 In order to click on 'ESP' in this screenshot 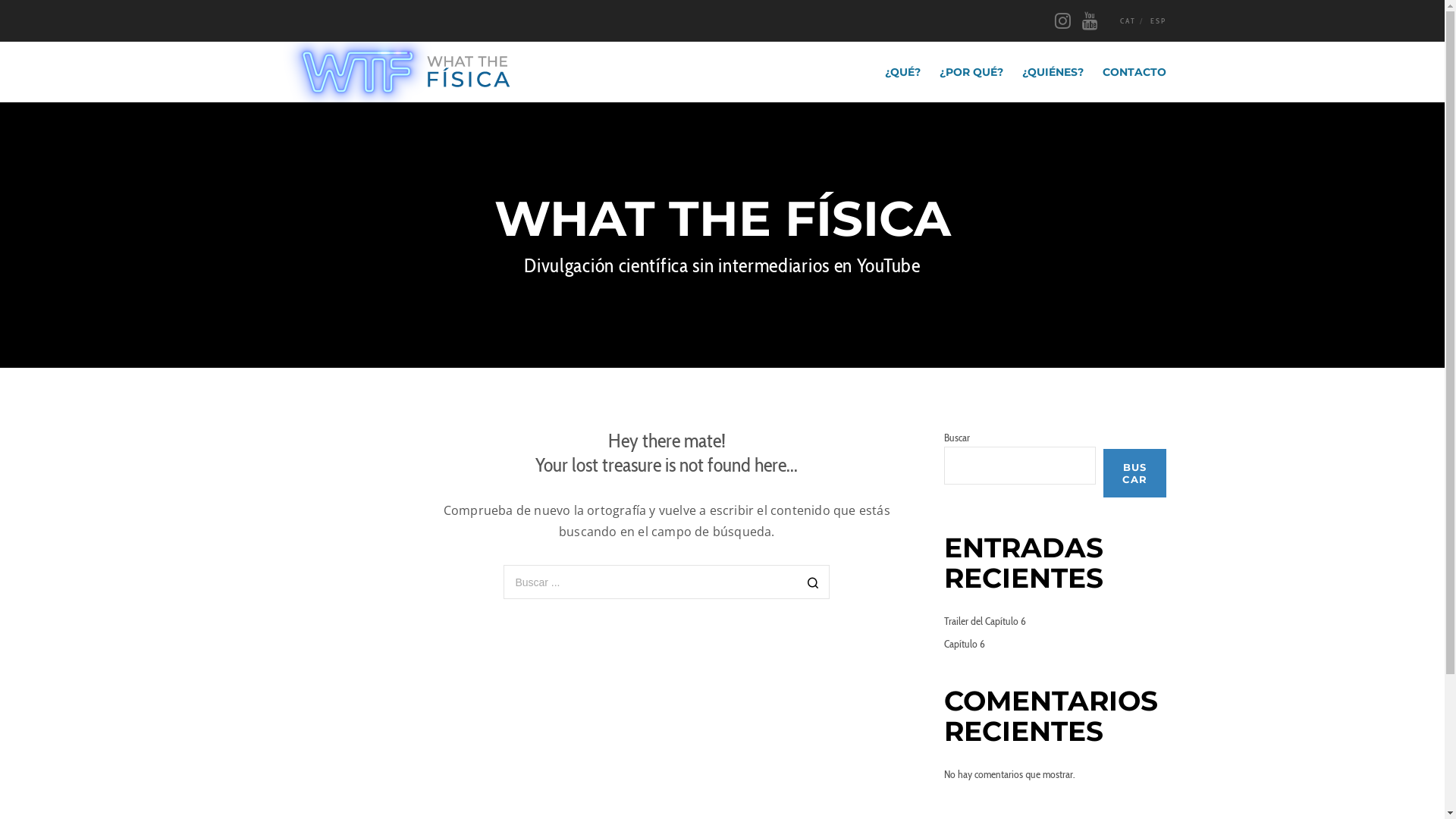, I will do `click(1156, 20)`.